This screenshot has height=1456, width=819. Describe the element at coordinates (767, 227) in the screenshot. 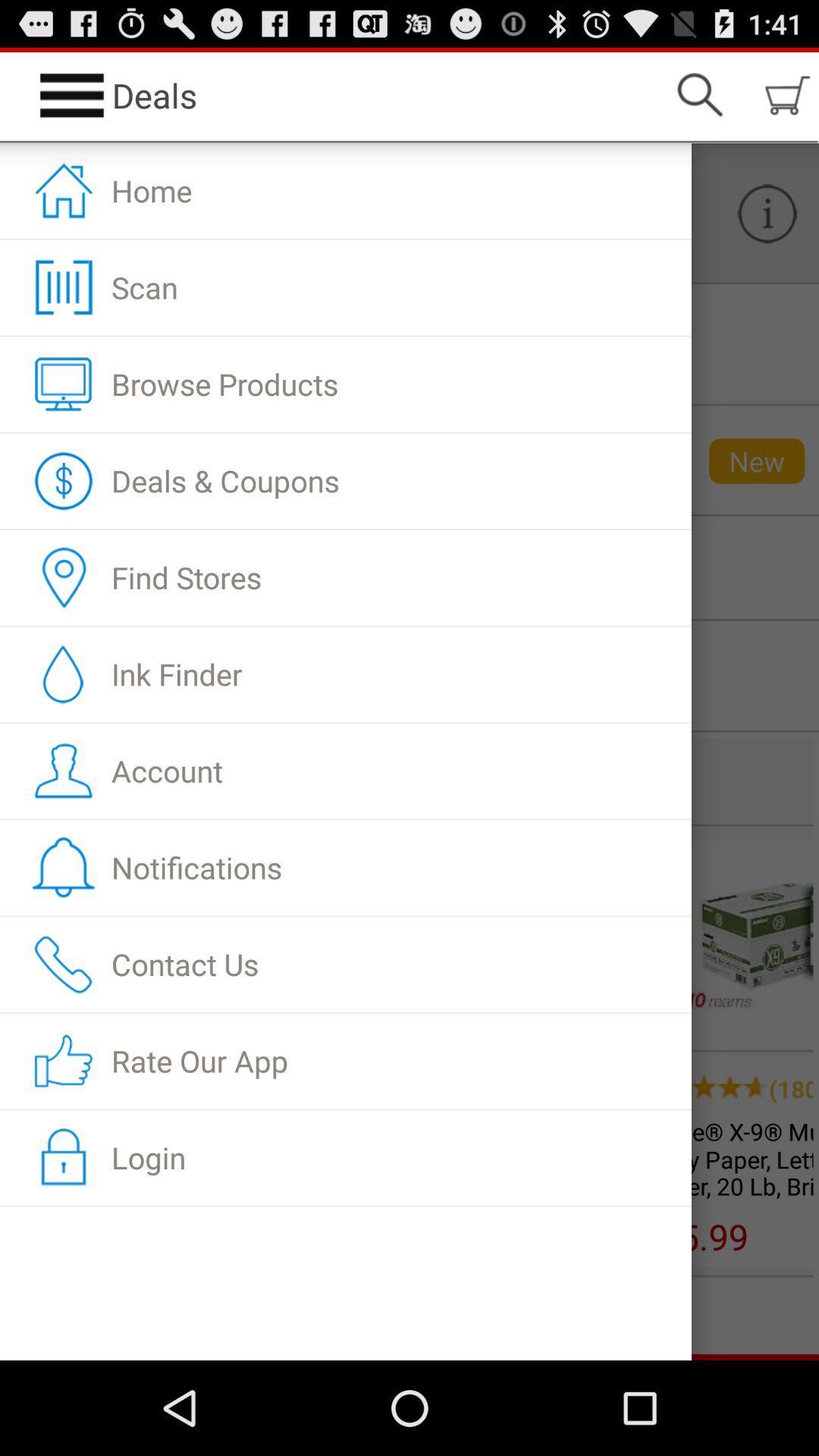

I see `the info icon` at that location.